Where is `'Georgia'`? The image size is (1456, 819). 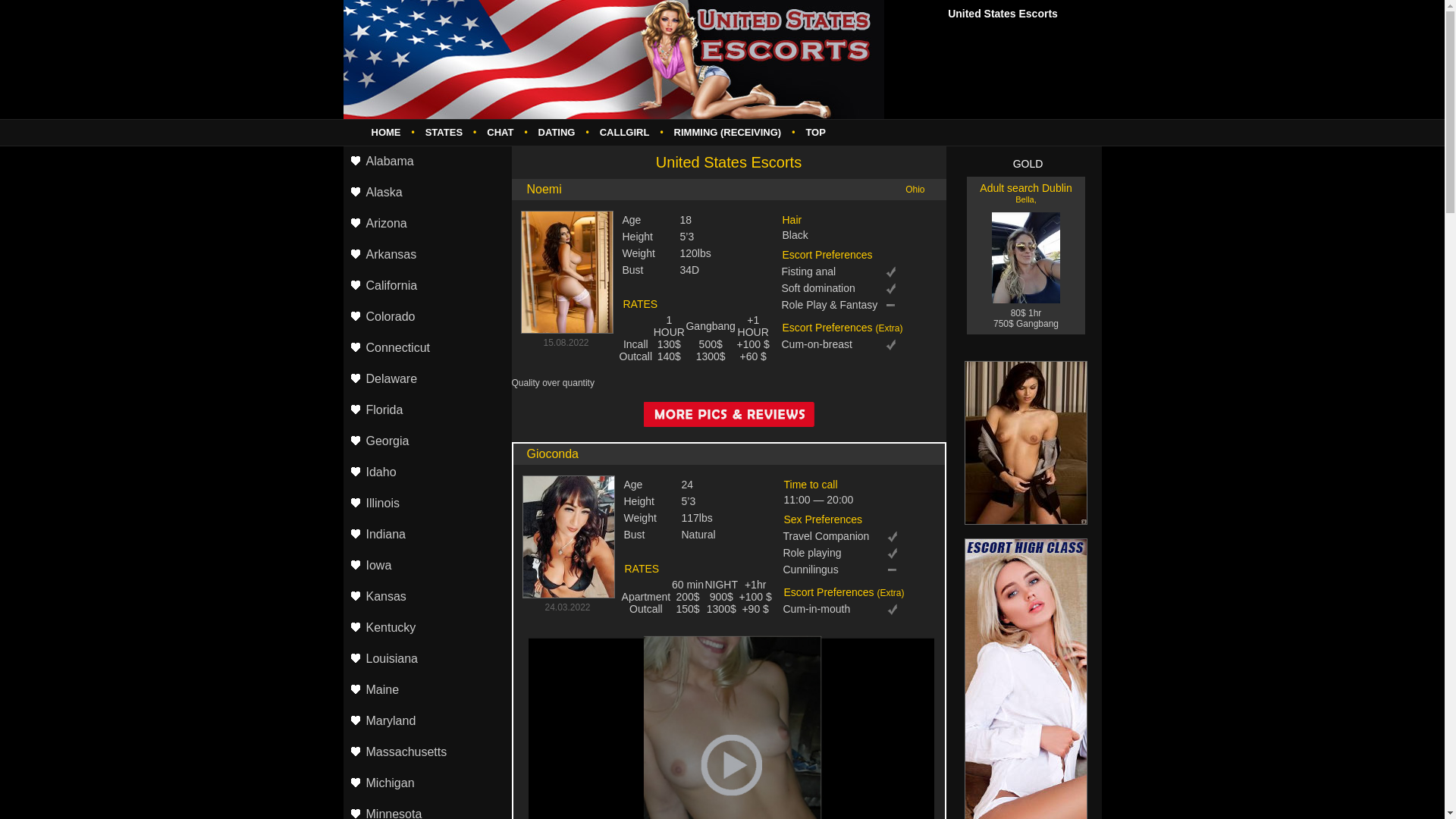
'Georgia' is located at coordinates (425, 441).